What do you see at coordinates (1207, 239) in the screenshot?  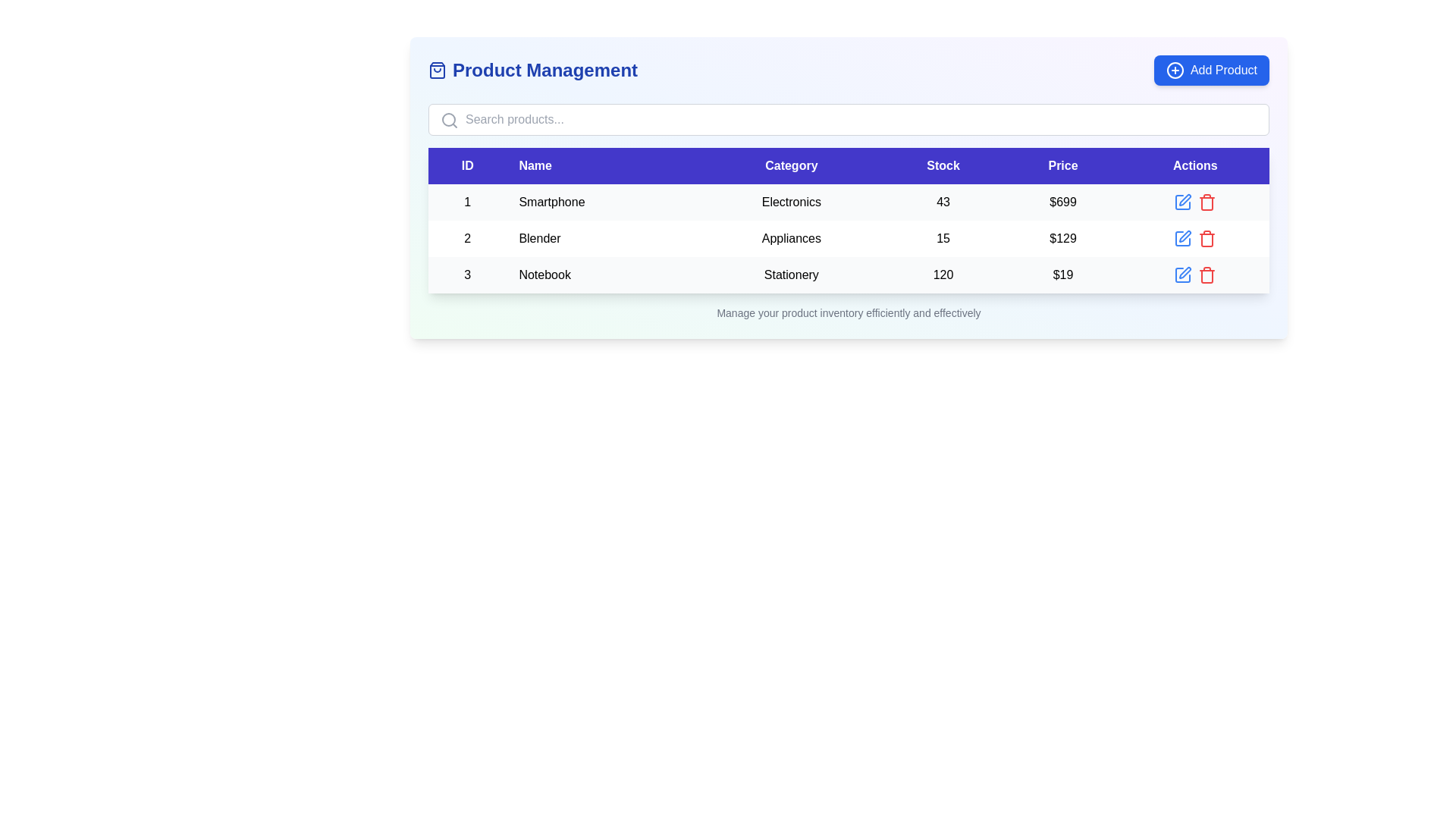 I see `the delete button which contains the body of the trash bin icon for the item 'Blender' in the second row of the table` at bounding box center [1207, 239].